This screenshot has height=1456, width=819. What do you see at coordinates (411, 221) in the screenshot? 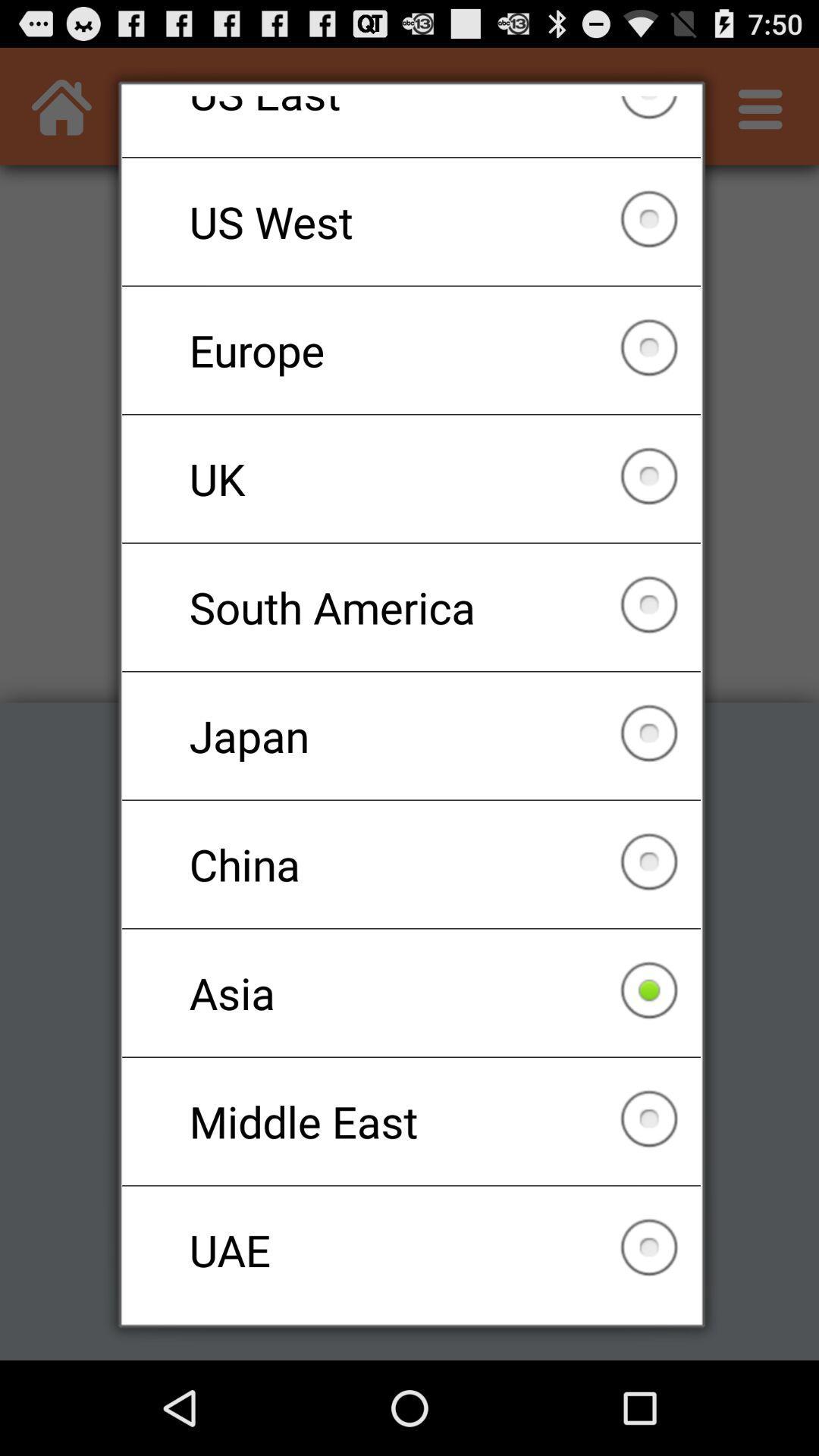
I see `checkbox above the     europe icon` at bounding box center [411, 221].